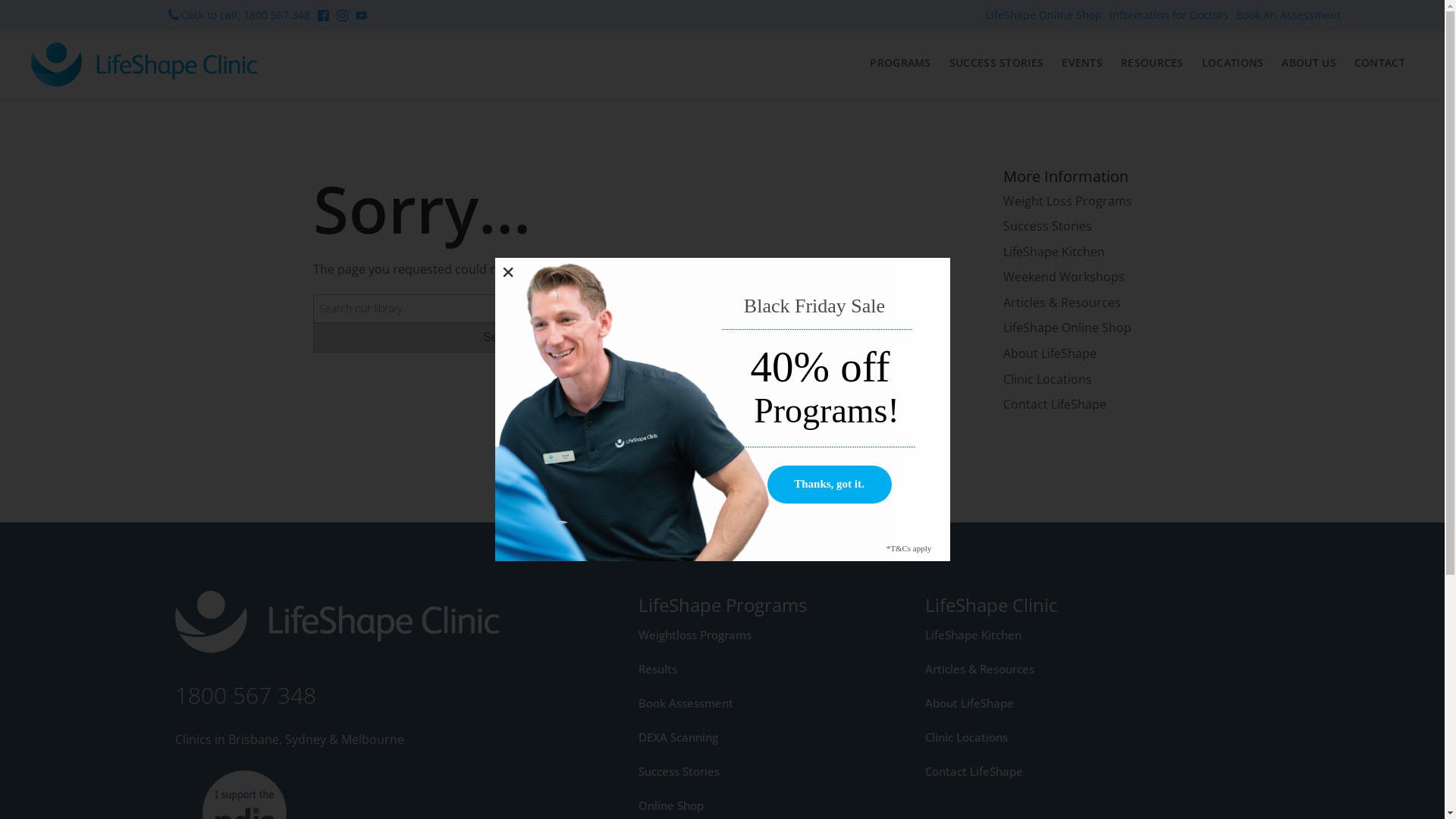 The image size is (1456, 819). What do you see at coordinates (713, 668) in the screenshot?
I see `'Results'` at bounding box center [713, 668].